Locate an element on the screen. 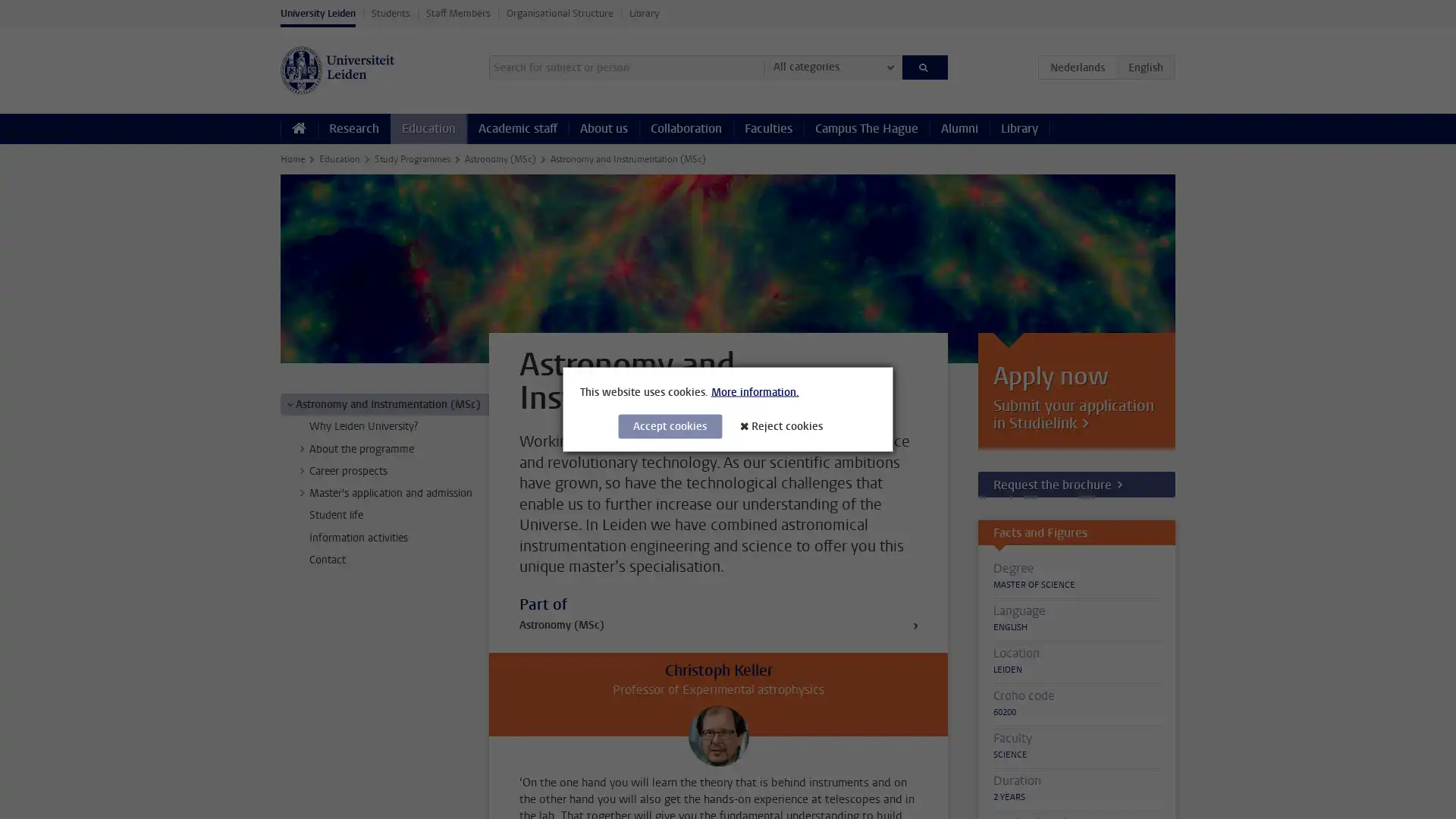  > is located at coordinates (290, 403).